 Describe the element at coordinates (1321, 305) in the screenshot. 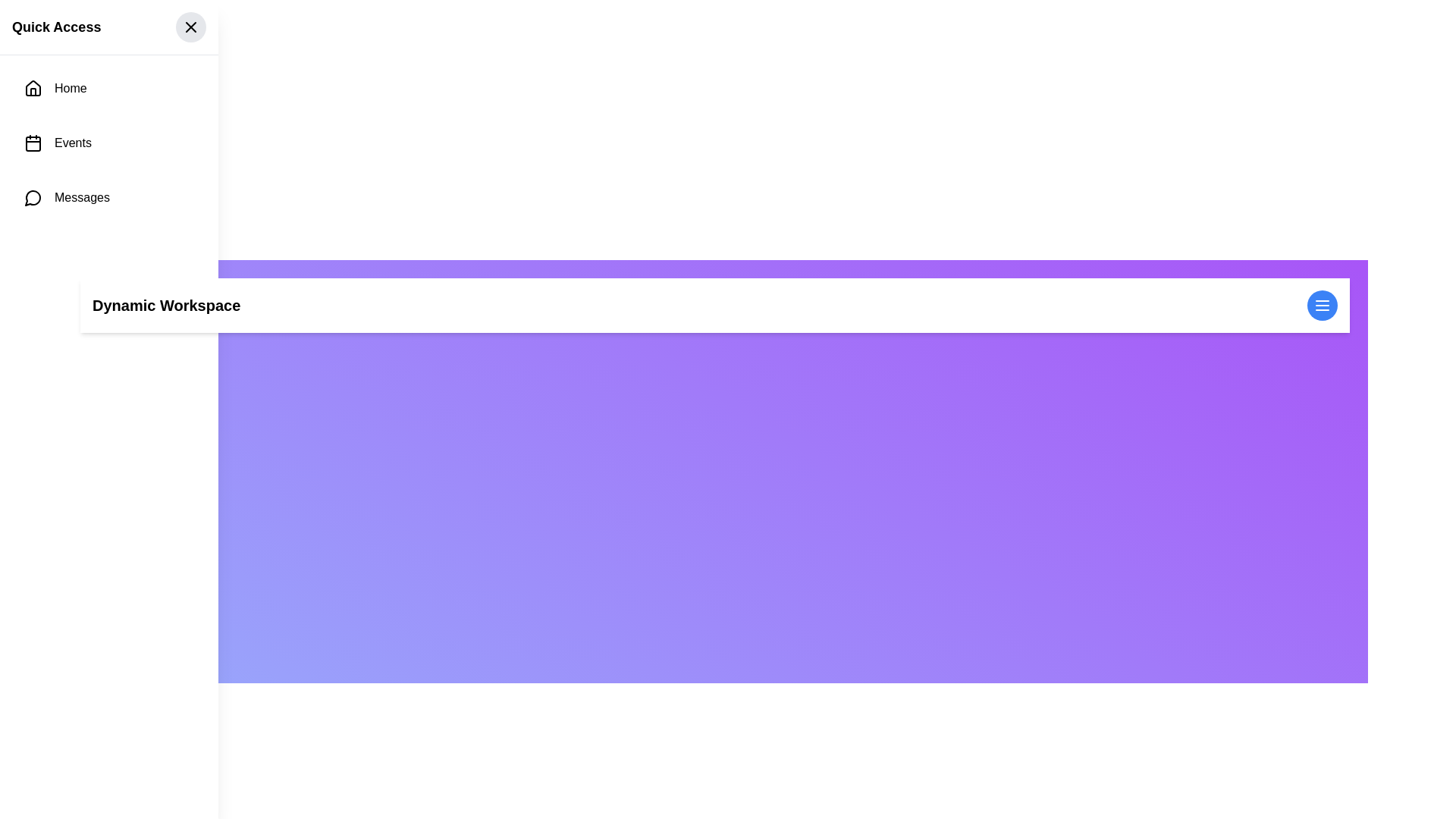

I see `the button located at the far right of the header section, adjacent to the 'Dynamic Workspace' text` at that location.